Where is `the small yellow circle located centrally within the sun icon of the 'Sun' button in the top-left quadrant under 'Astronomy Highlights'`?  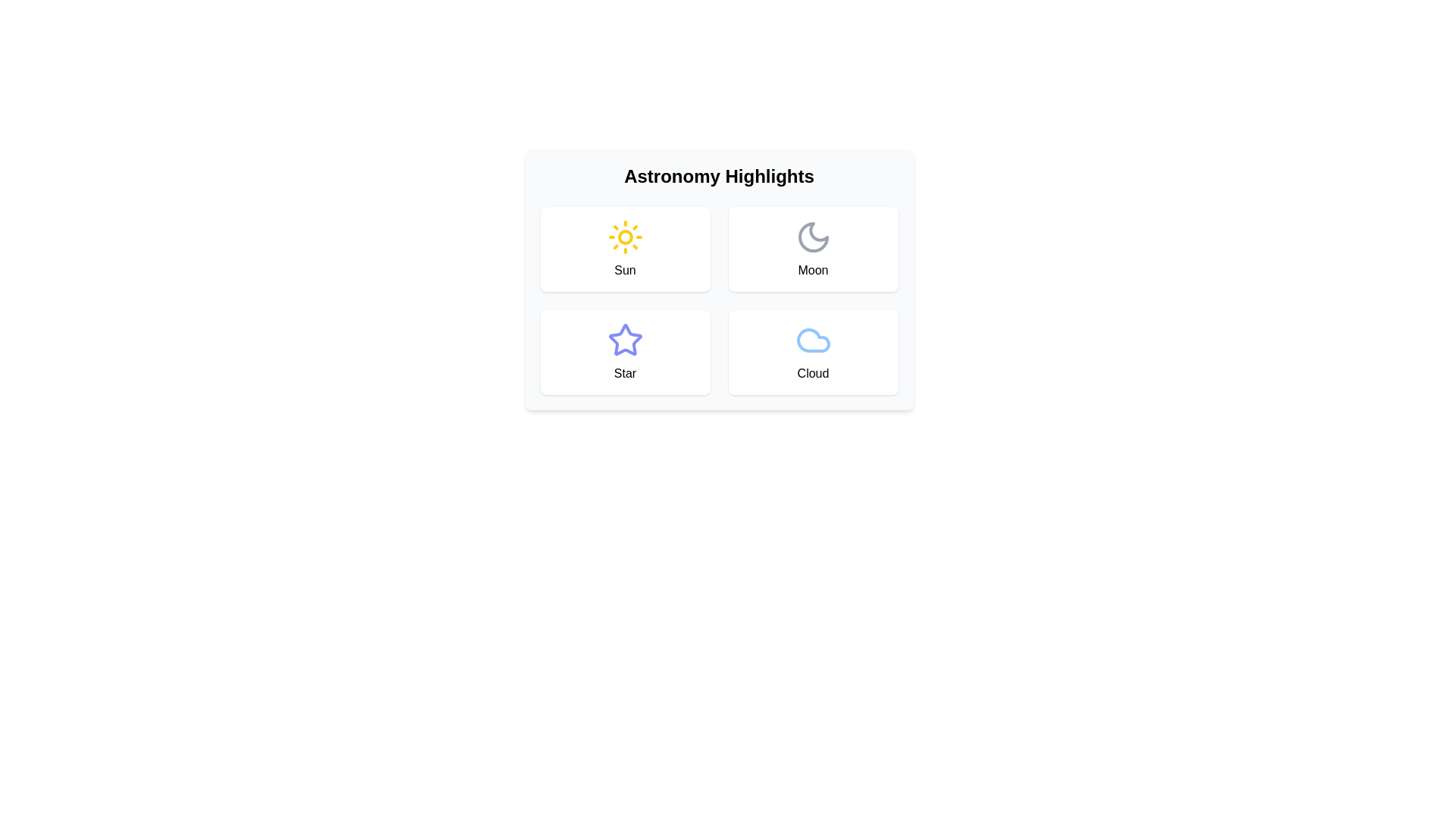 the small yellow circle located centrally within the sun icon of the 'Sun' button in the top-left quadrant under 'Astronomy Highlights' is located at coordinates (625, 237).